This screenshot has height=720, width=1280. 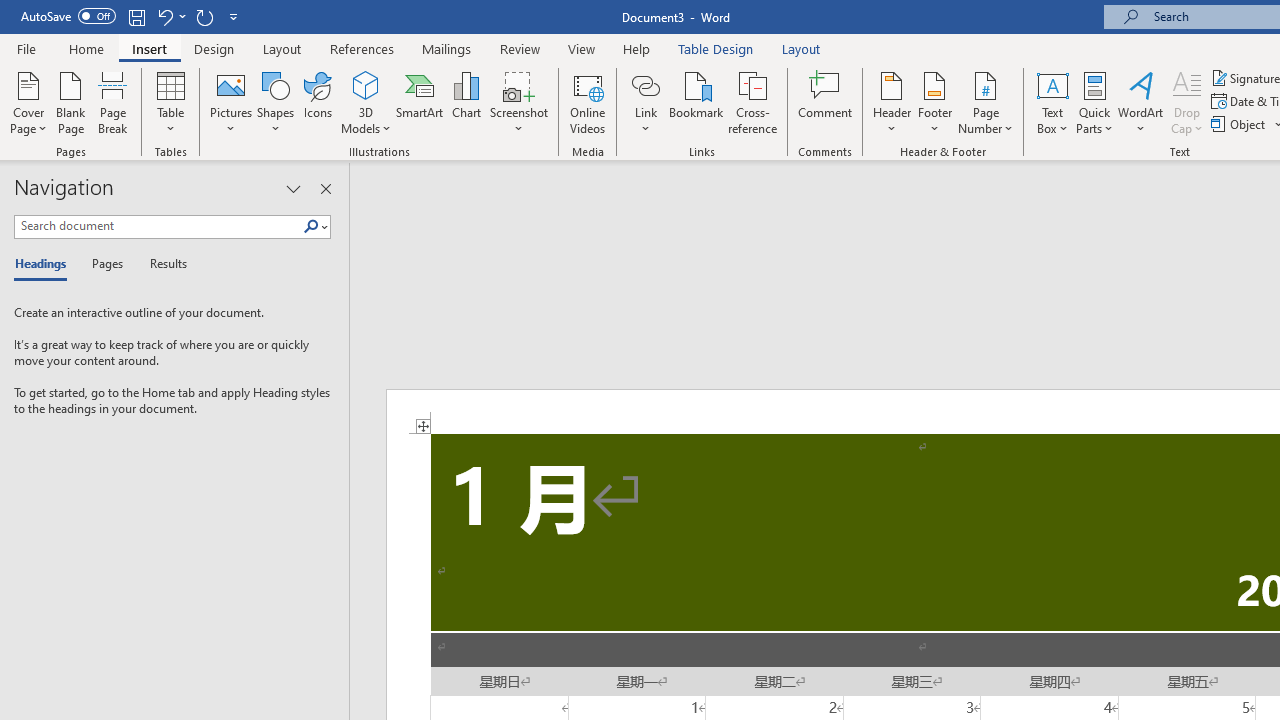 What do you see at coordinates (751, 103) in the screenshot?
I see `'Cross-reference...'` at bounding box center [751, 103].